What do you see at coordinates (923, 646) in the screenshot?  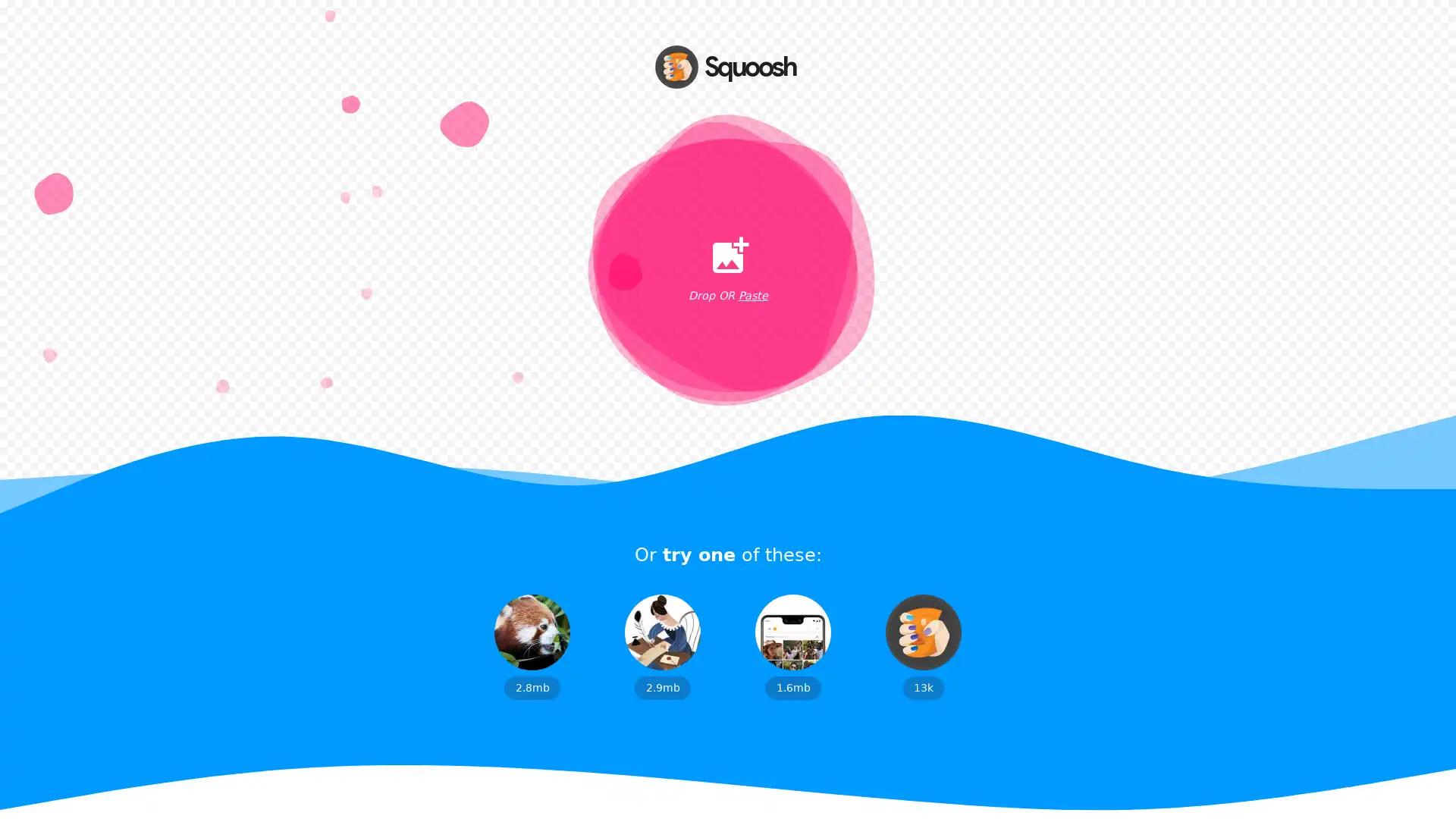 I see `SVG icon 13k` at bounding box center [923, 646].